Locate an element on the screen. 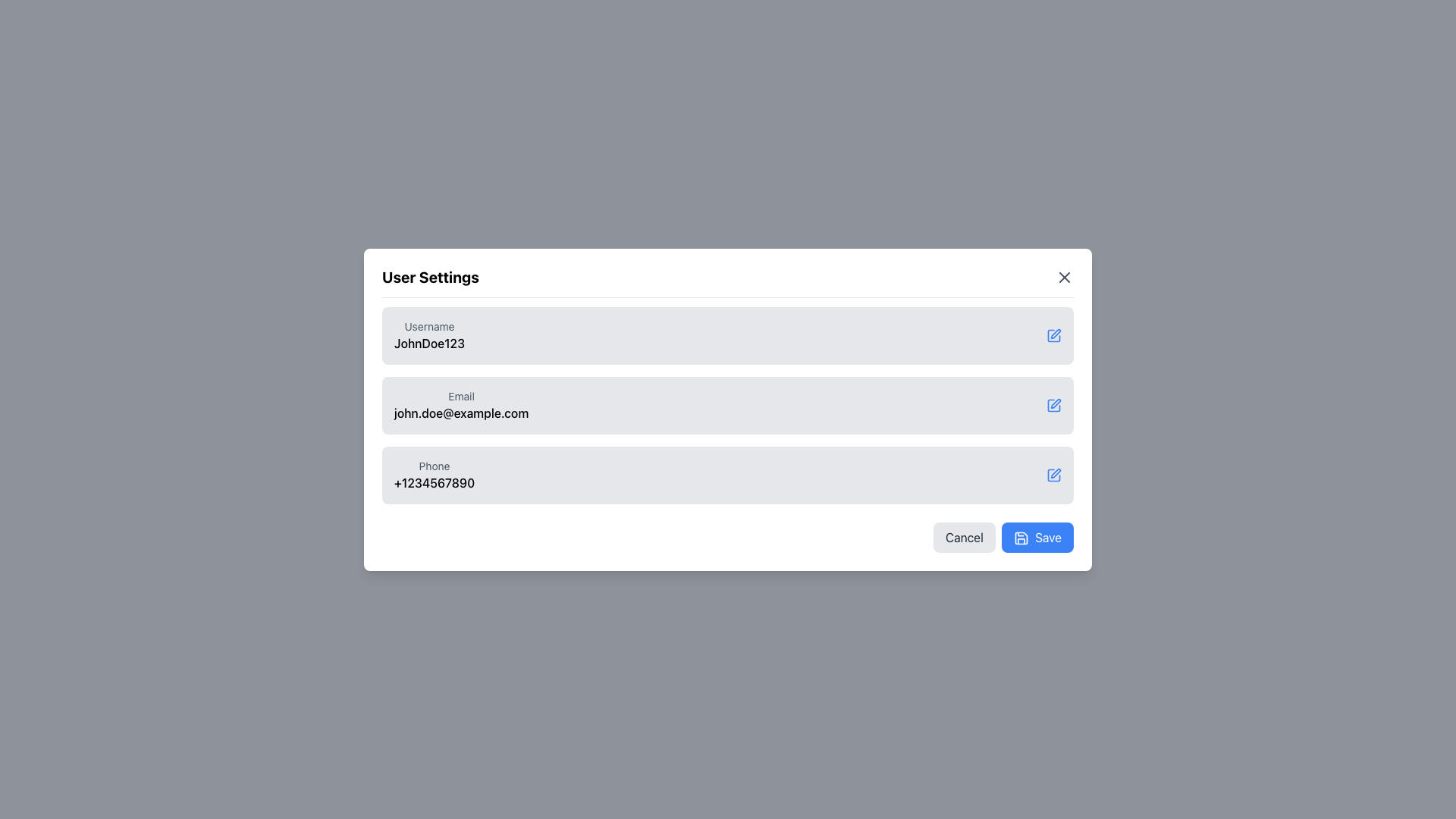 This screenshot has height=819, width=1456. the edit tool icon, which is a small stylized pen-like graphic located to the right of the 'Phone' input field is located at coordinates (1055, 472).